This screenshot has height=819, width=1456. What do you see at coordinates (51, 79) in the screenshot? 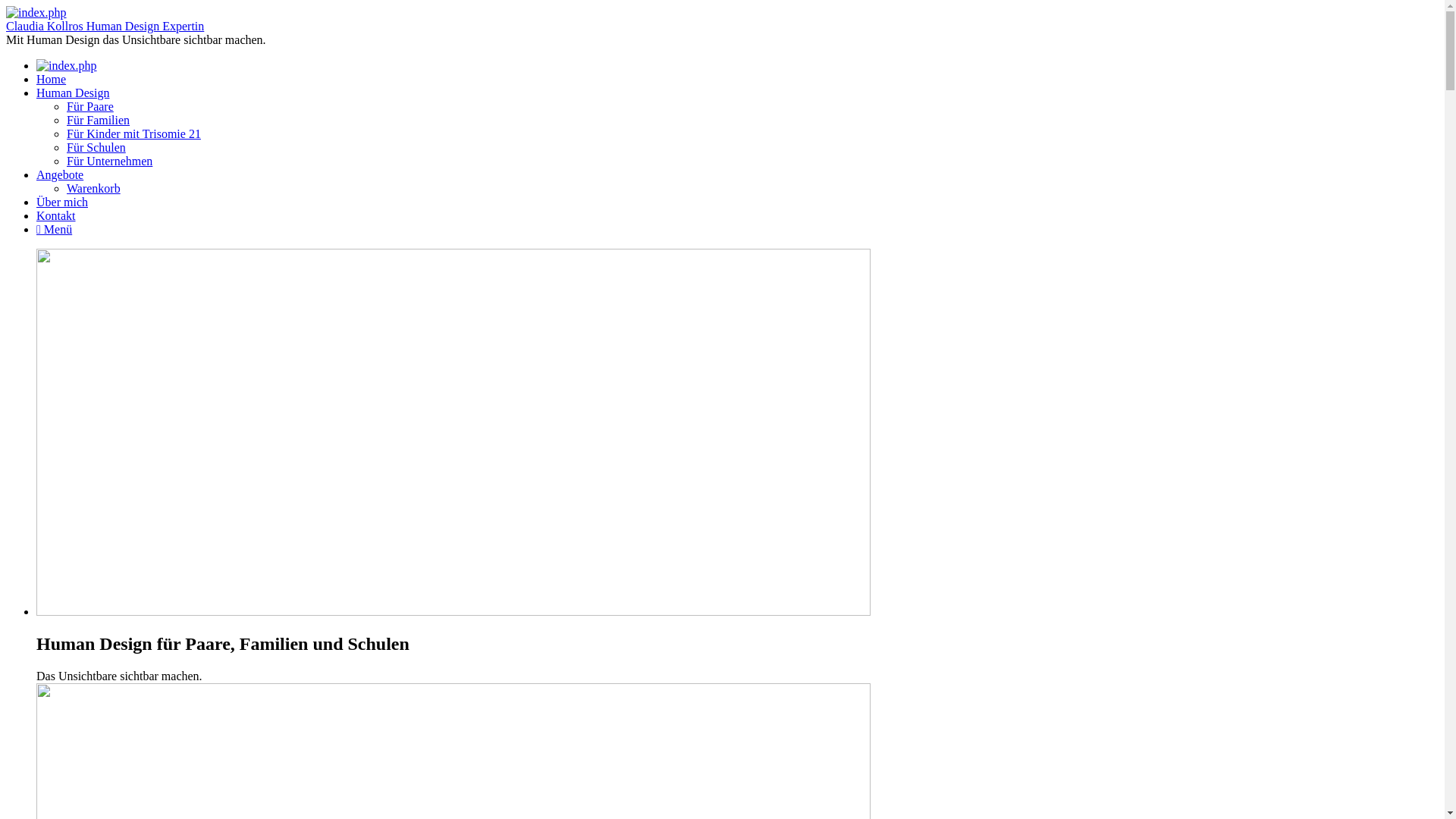
I see `'Home'` at bounding box center [51, 79].